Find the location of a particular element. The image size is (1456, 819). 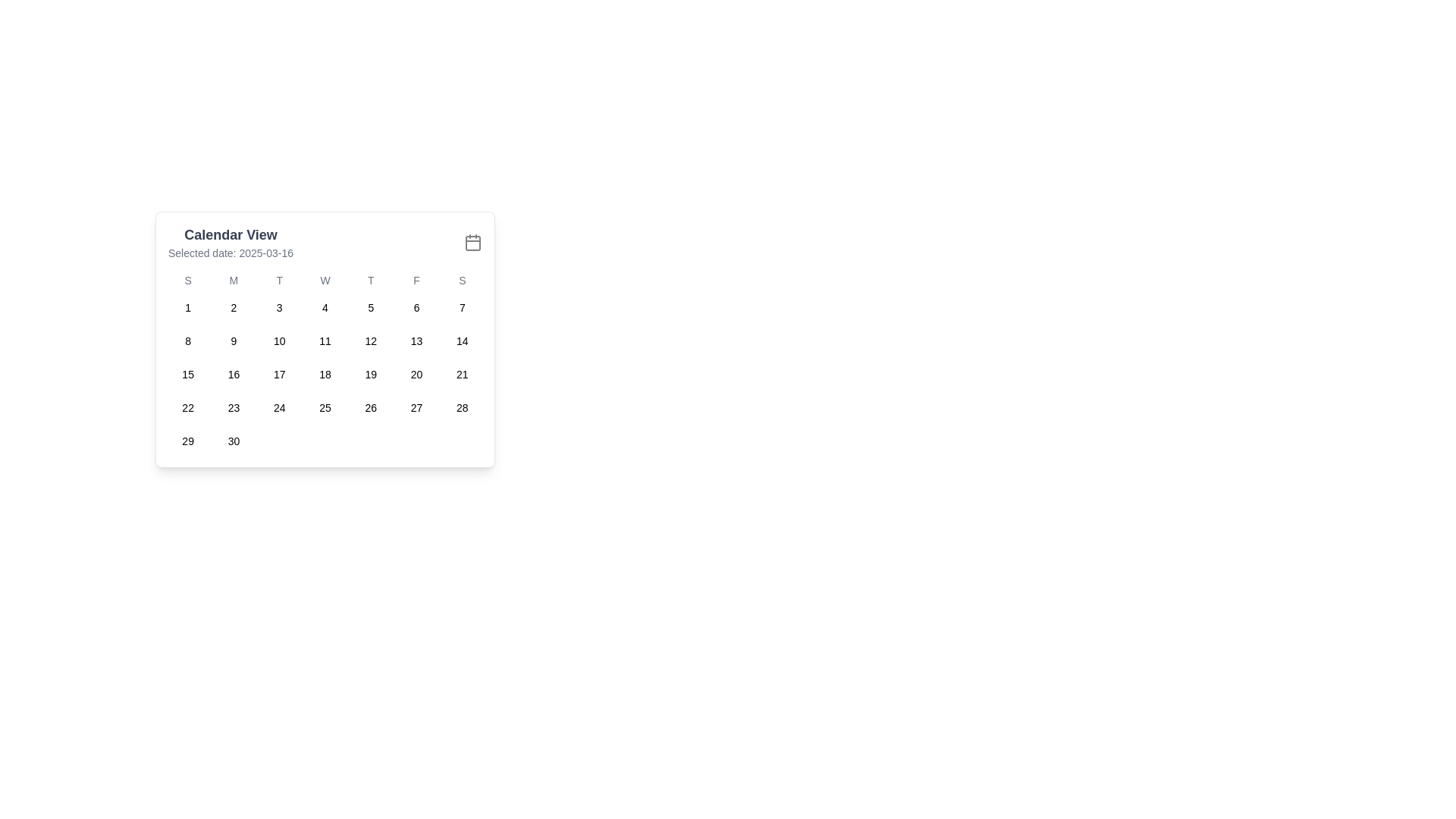

the clickable date cell positioned in the seventh column and fourth row of the calendar grid is located at coordinates (461, 374).